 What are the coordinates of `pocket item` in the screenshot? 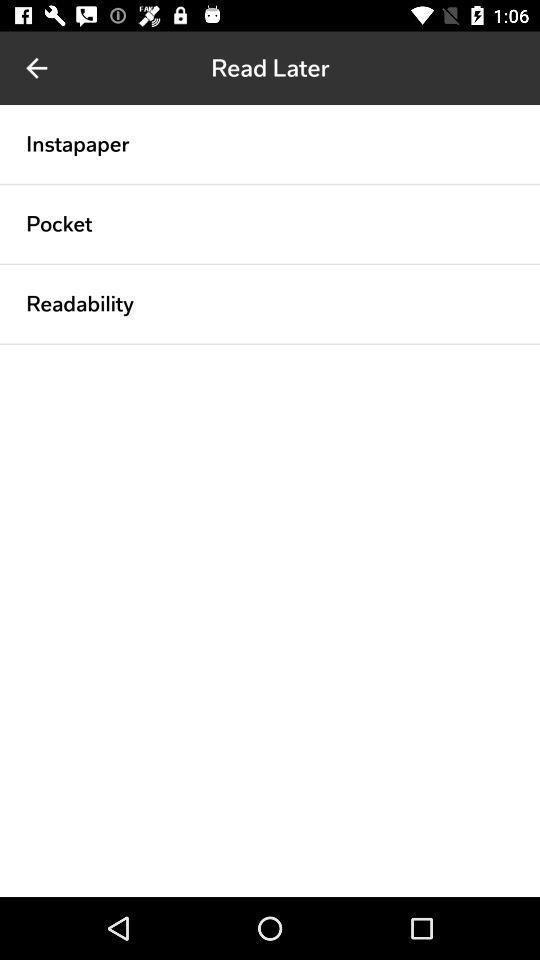 It's located at (59, 224).